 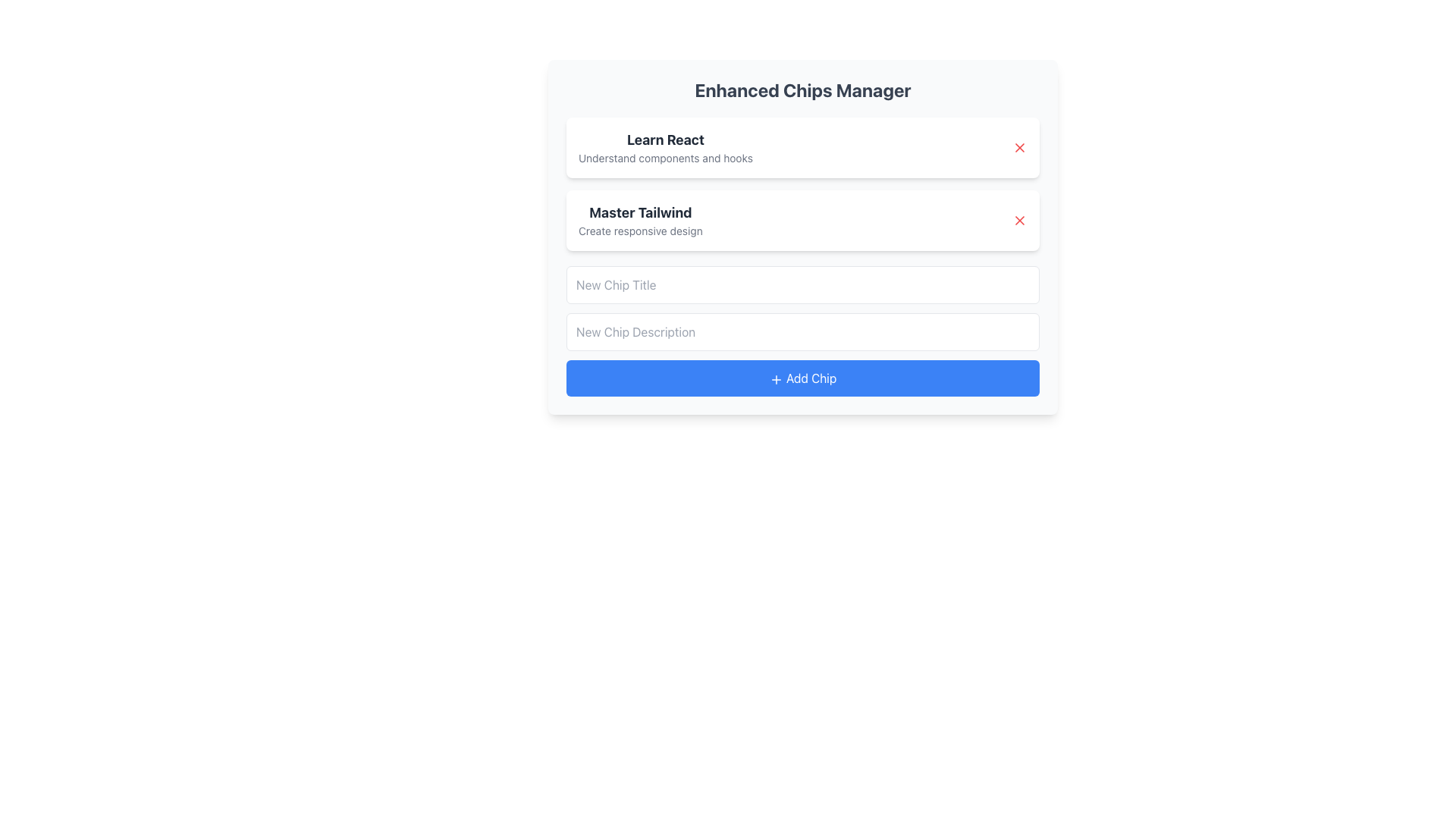 I want to click on the small red 'x' icon button located at the far right of the first card containing the text 'Learn React', so click(x=1019, y=148).